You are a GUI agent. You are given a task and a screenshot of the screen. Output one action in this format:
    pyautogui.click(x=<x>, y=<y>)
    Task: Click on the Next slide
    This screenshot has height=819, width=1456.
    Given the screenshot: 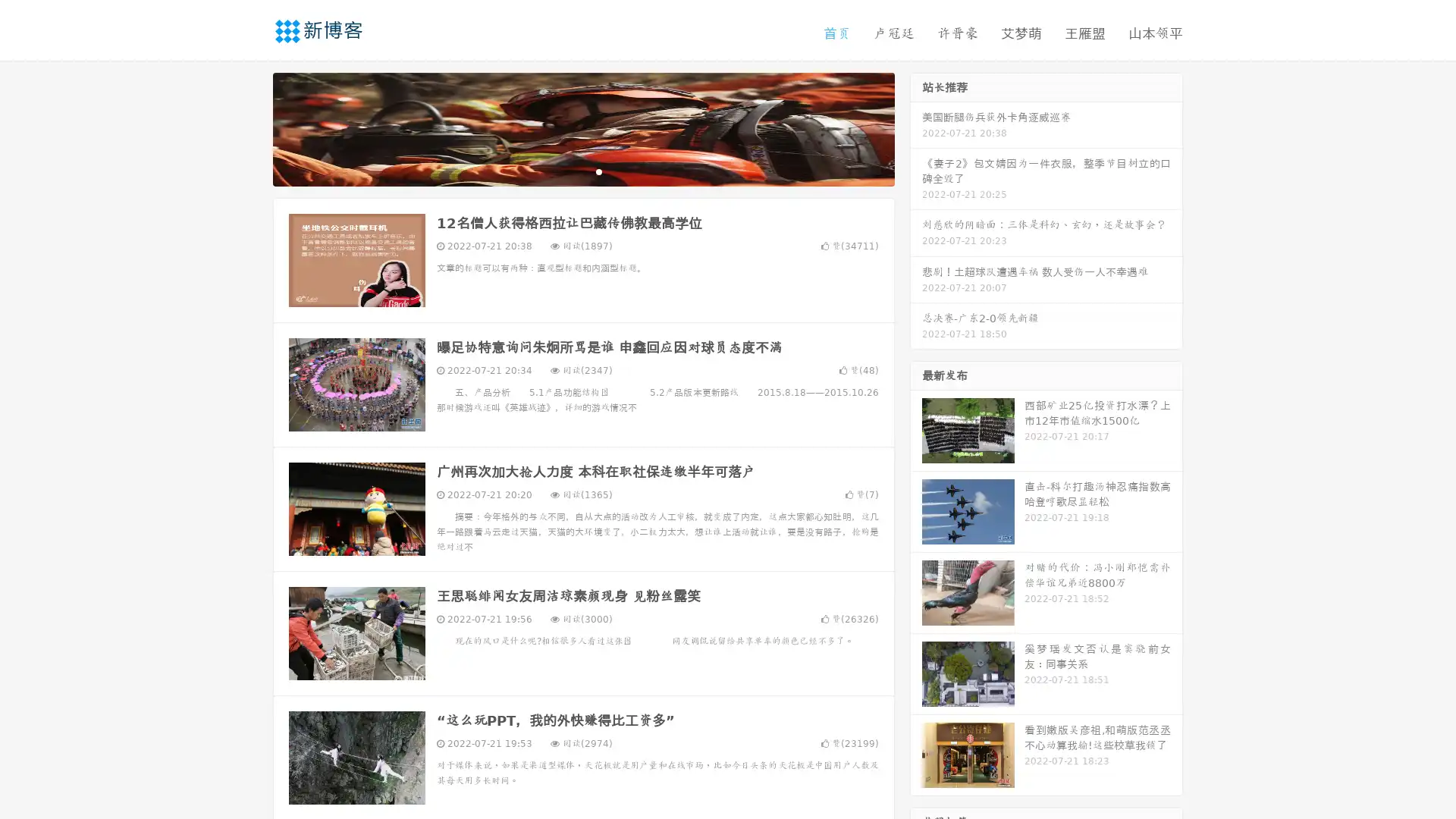 What is the action you would take?
    pyautogui.click(x=916, y=127)
    